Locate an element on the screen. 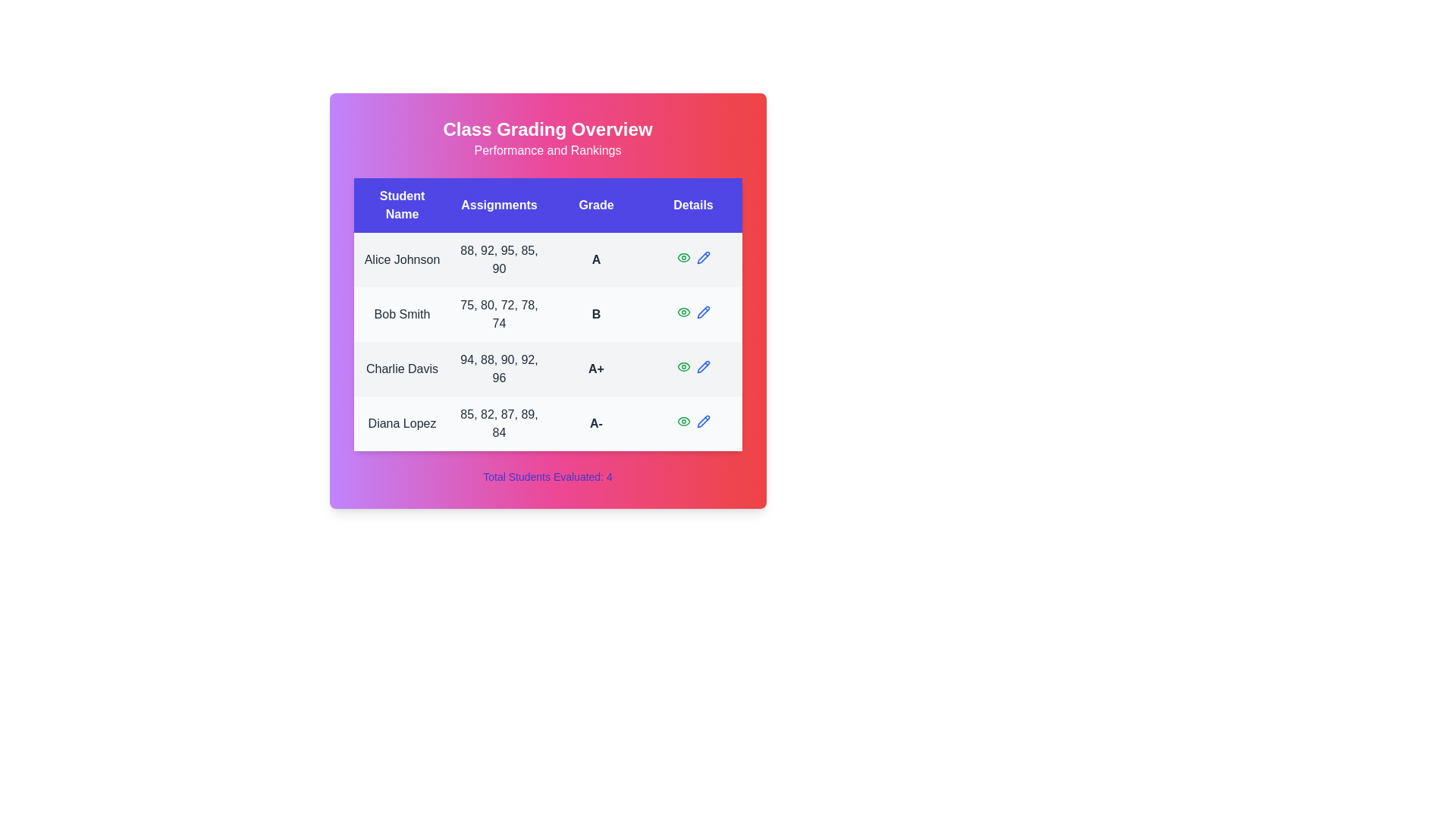 The height and width of the screenshot is (819, 1456). eye icon for the student Diana Lopez to view detailed information is located at coordinates (682, 421).